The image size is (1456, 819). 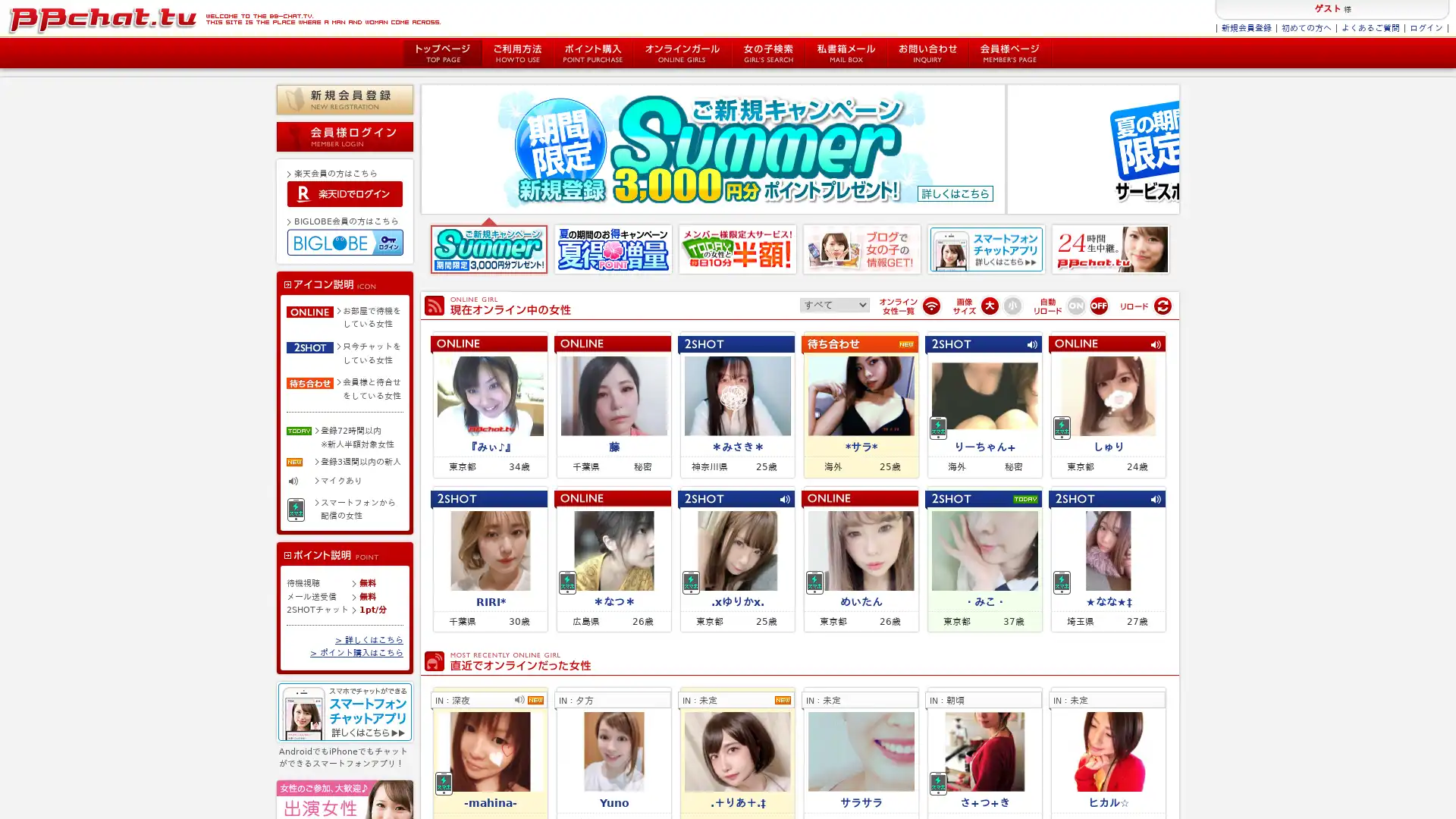 What do you see at coordinates (344, 192) in the screenshot?
I see `ID` at bounding box center [344, 192].